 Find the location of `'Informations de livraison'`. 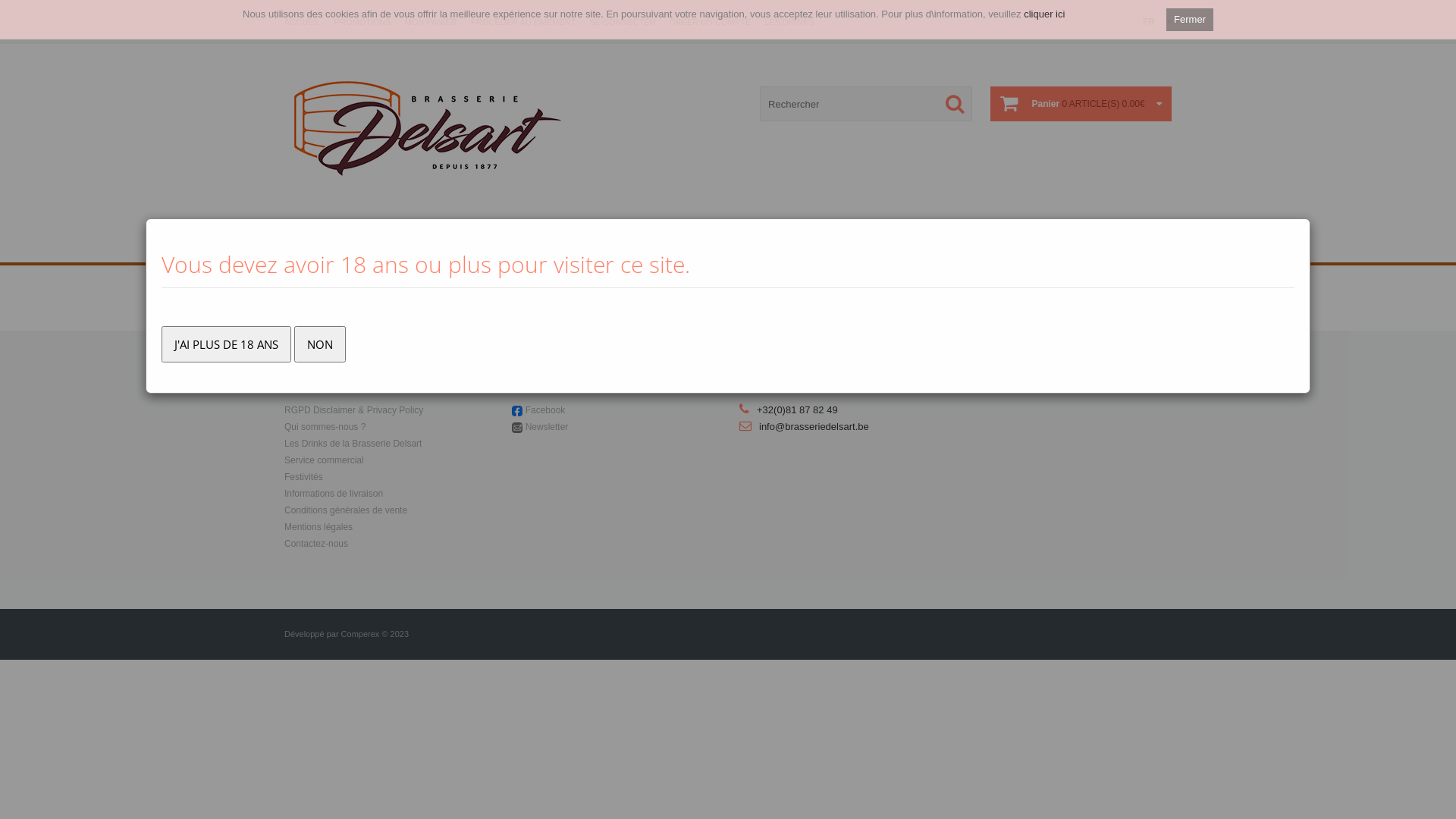

'Informations de livraison' is located at coordinates (284, 494).